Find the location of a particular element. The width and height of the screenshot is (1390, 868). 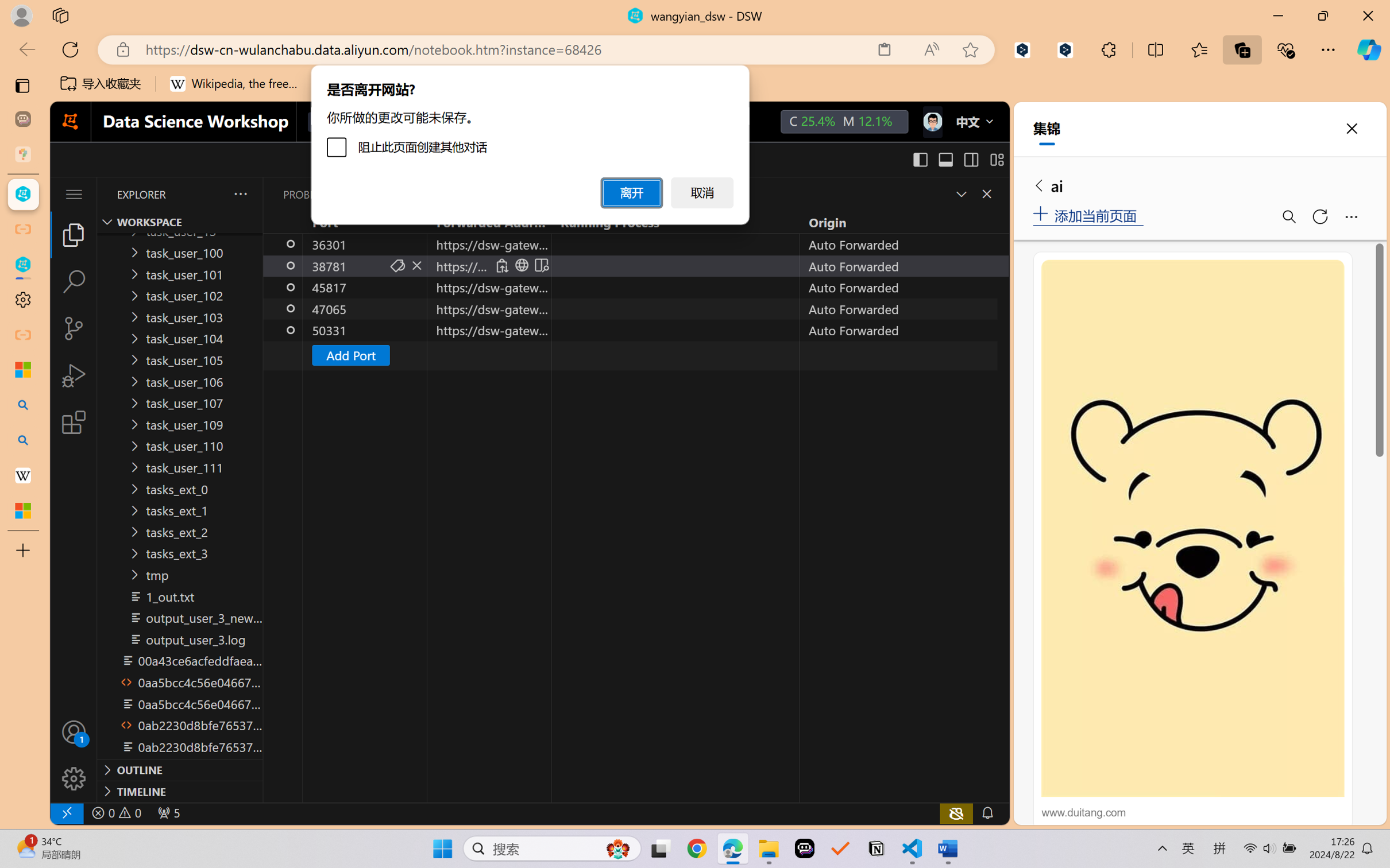

'Explorer actions' is located at coordinates (212, 193).